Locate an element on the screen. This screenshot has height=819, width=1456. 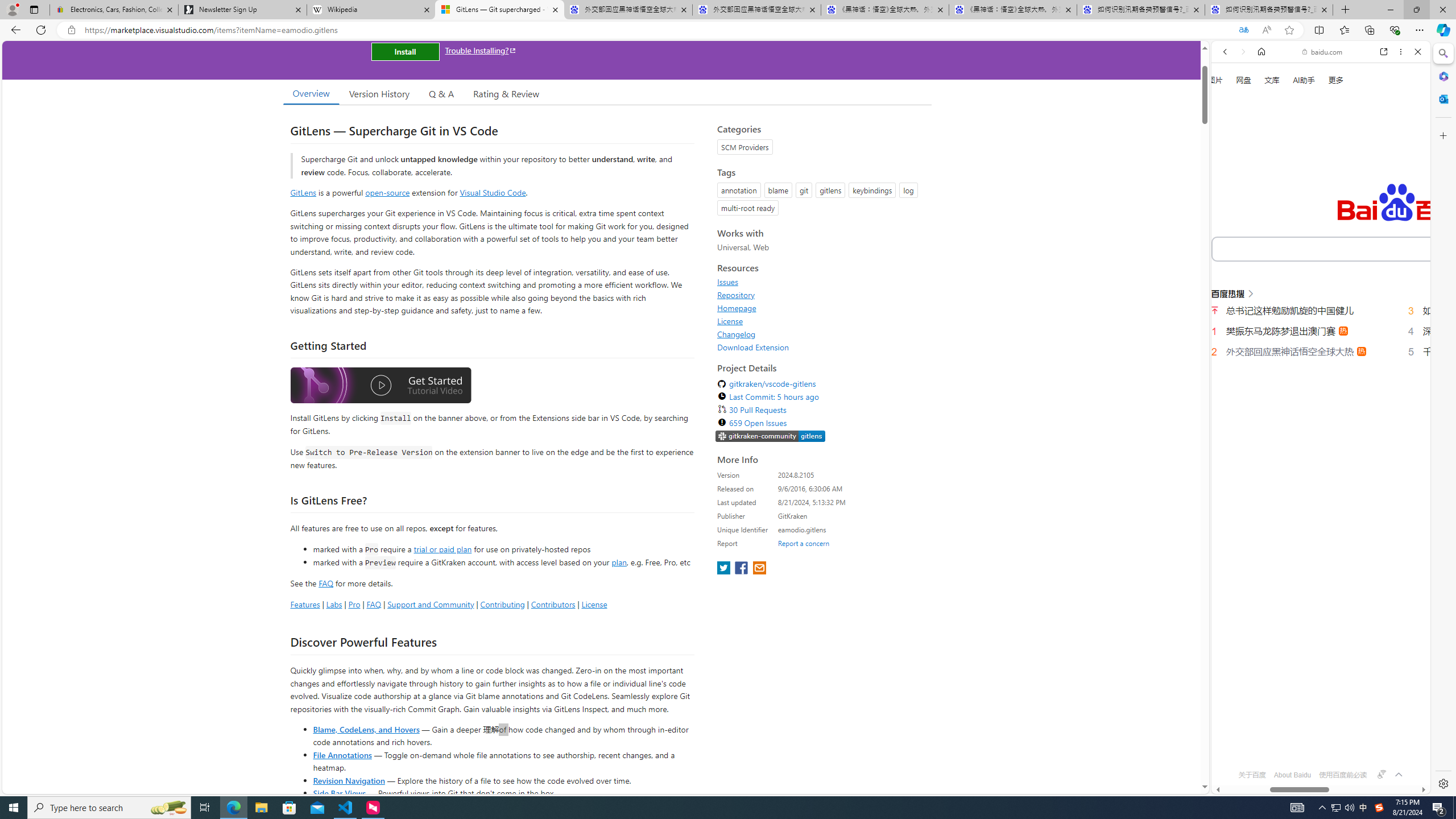
'Changelog' is located at coordinates (821, 333).